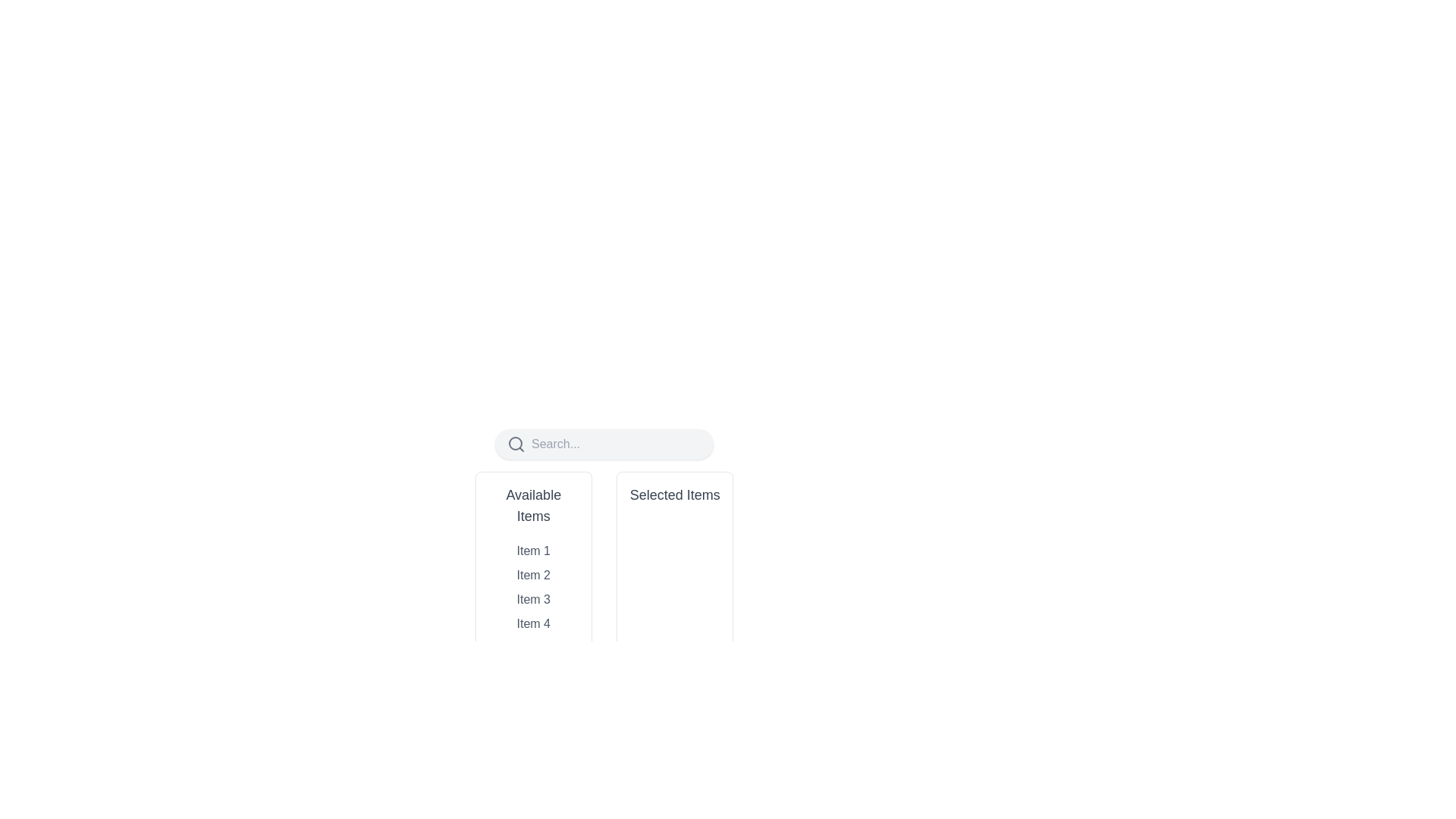 The height and width of the screenshot is (819, 1456). Describe the element at coordinates (533, 623) in the screenshot. I see `the 'Item 4' text element in the 'Available Items' section of the vertical list` at that location.